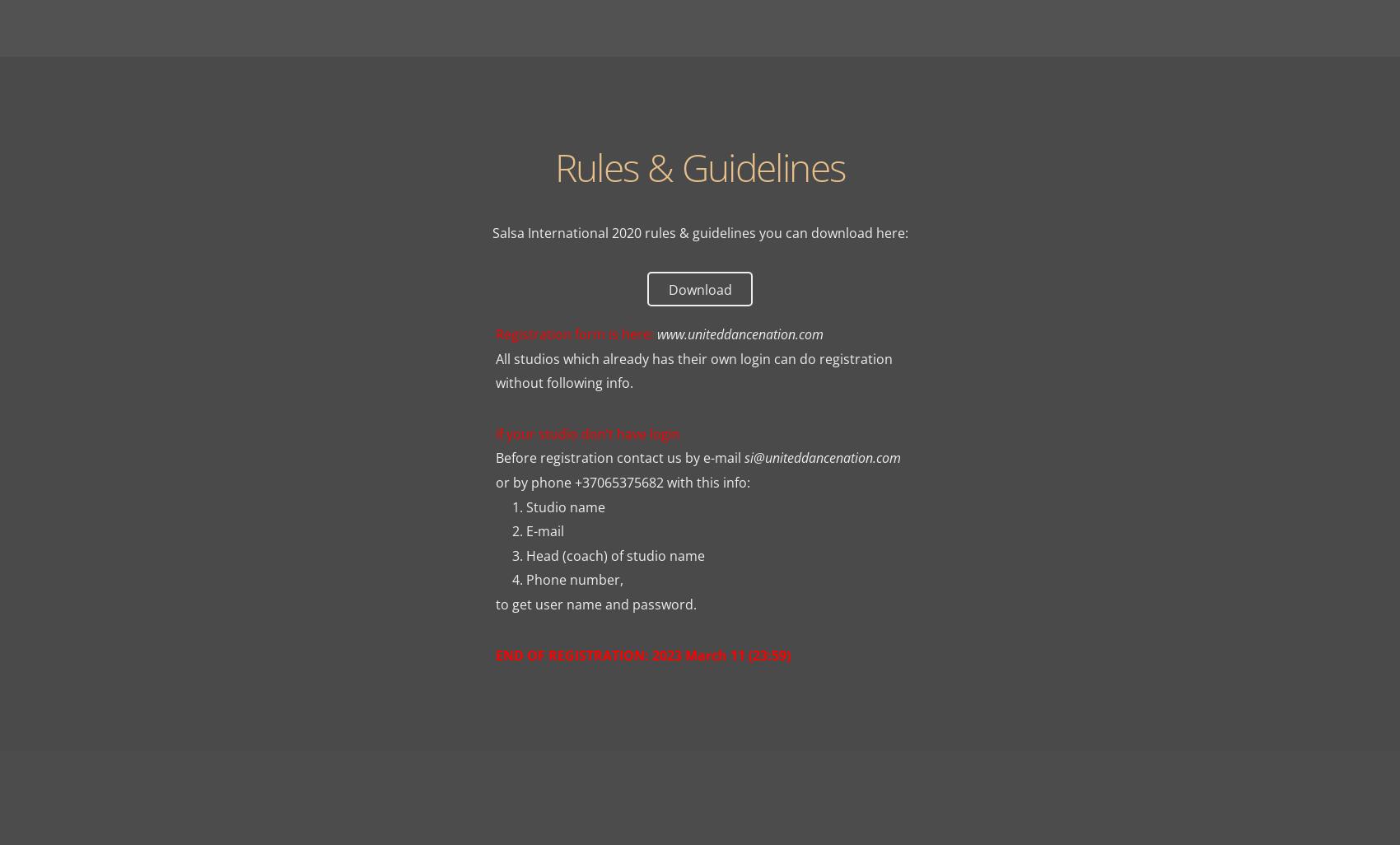 This screenshot has height=845, width=1400. I want to click on '4. Phone number,', so click(558, 579).